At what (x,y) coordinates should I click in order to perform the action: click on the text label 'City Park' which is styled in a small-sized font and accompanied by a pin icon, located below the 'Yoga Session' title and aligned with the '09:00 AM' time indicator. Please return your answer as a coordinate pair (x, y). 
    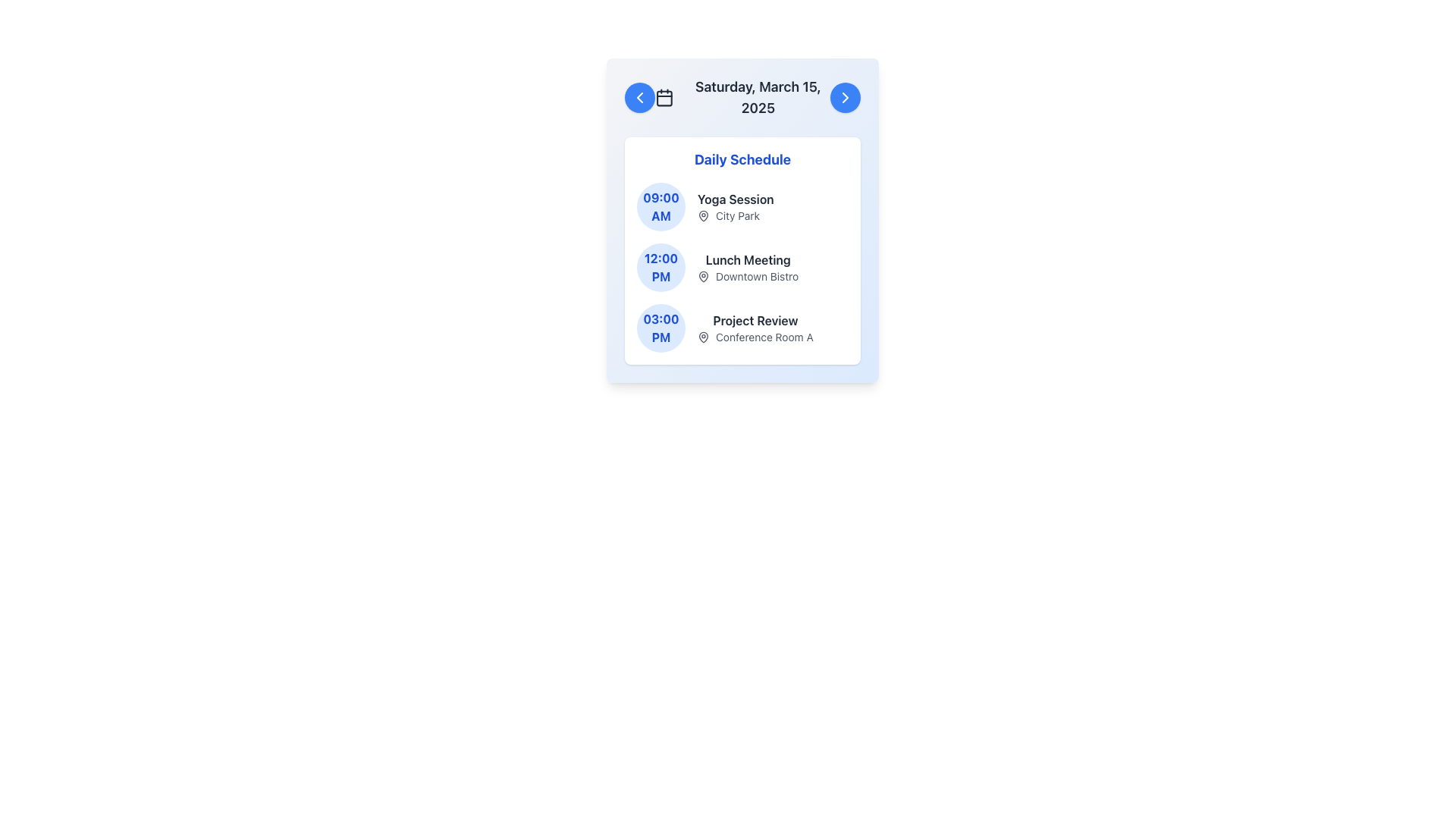
    Looking at the image, I should click on (736, 216).